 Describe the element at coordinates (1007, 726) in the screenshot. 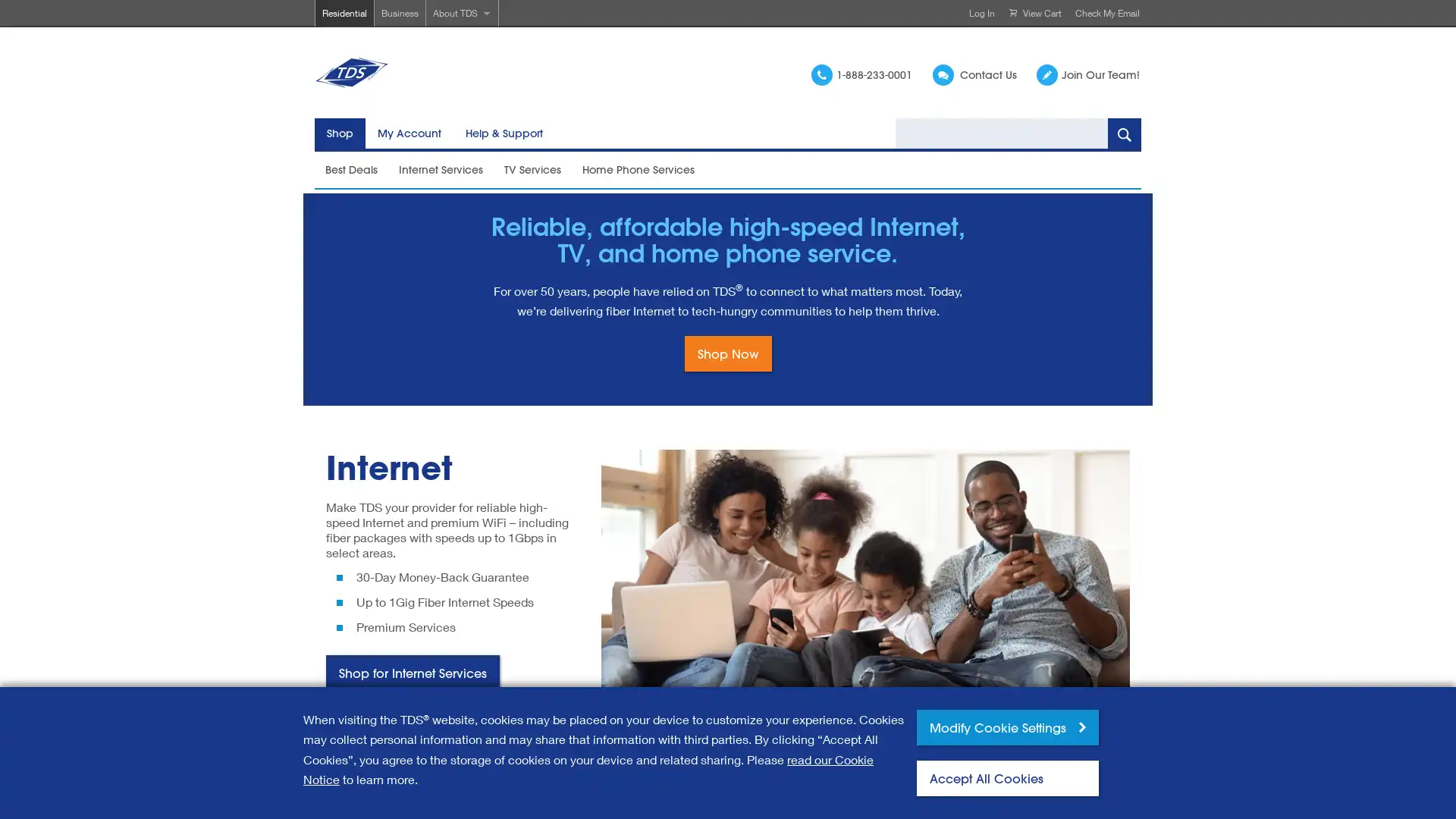

I see `Modify Cookie Settings` at that location.